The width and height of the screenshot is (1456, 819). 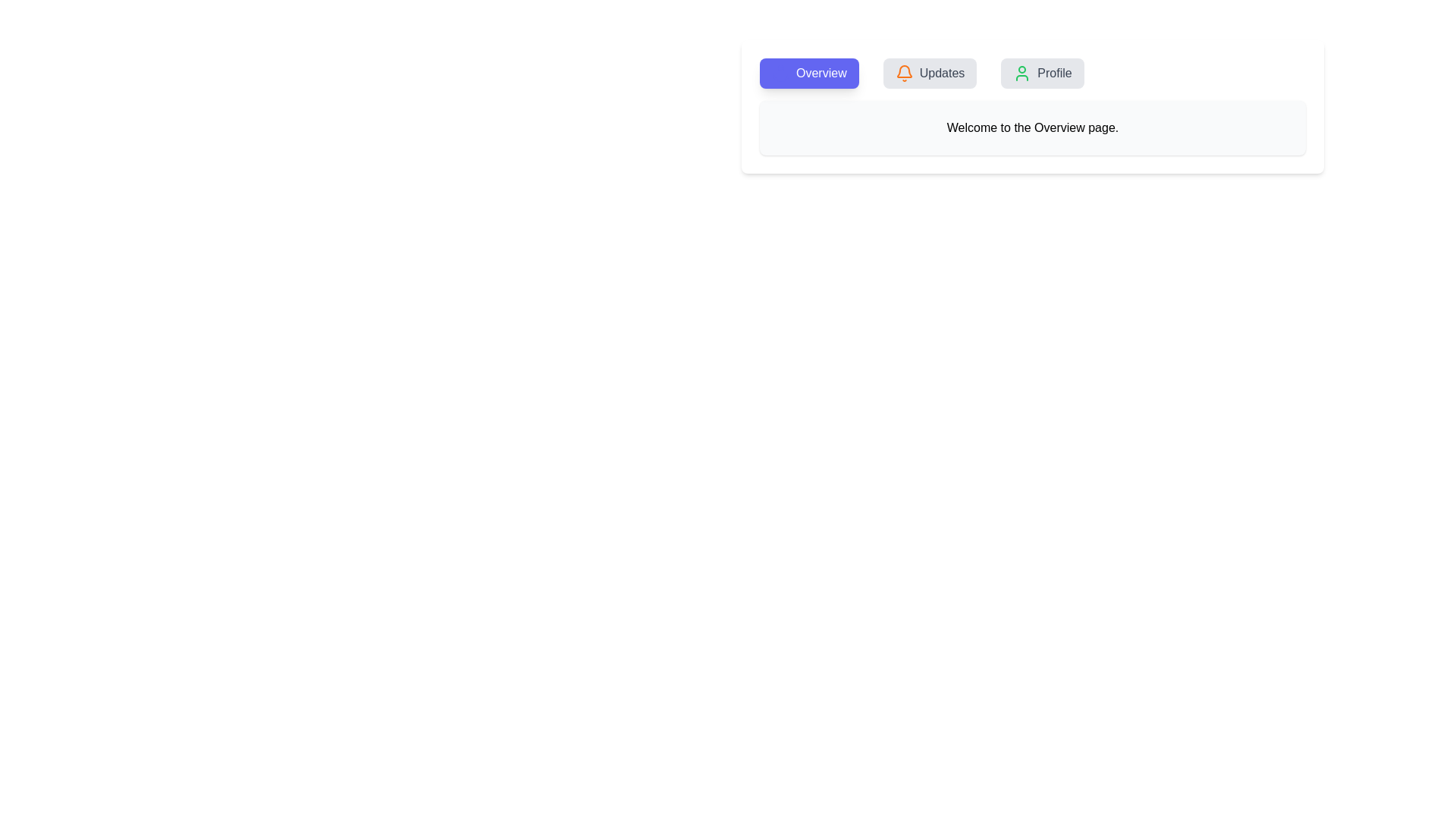 I want to click on the Overview tab by clicking on it, so click(x=808, y=73).